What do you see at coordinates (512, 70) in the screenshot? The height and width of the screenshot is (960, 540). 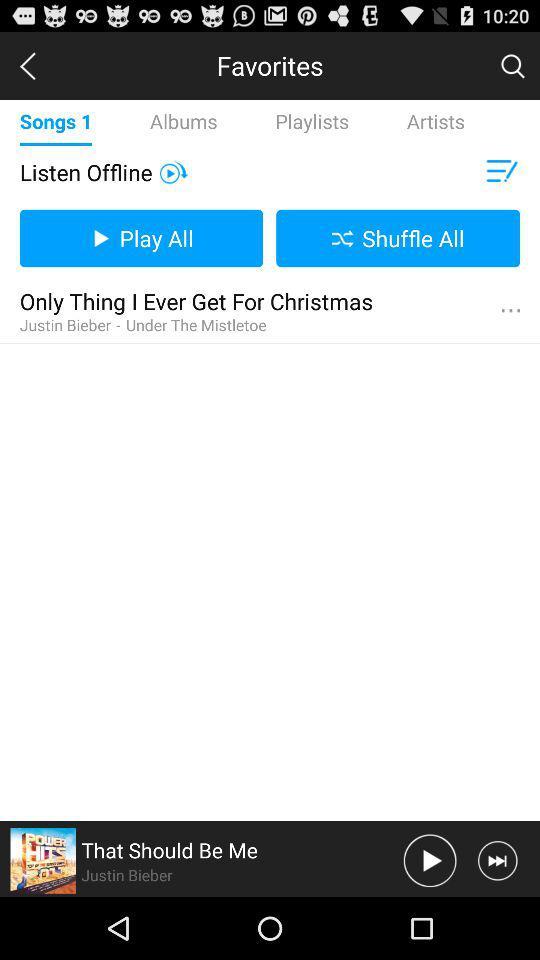 I see `the search icon` at bounding box center [512, 70].